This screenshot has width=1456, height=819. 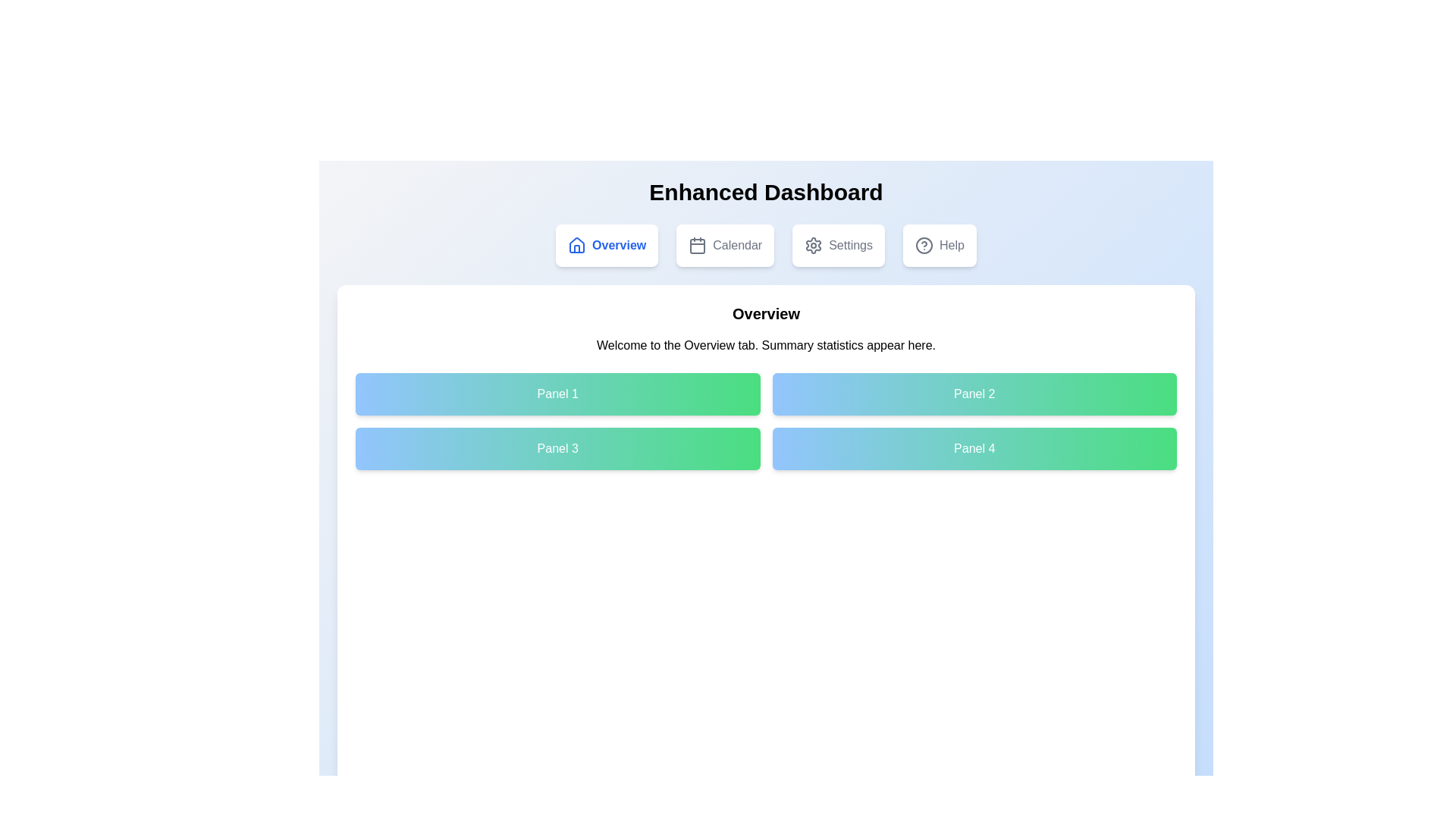 I want to click on the Overview tab to explore its content, so click(x=607, y=245).